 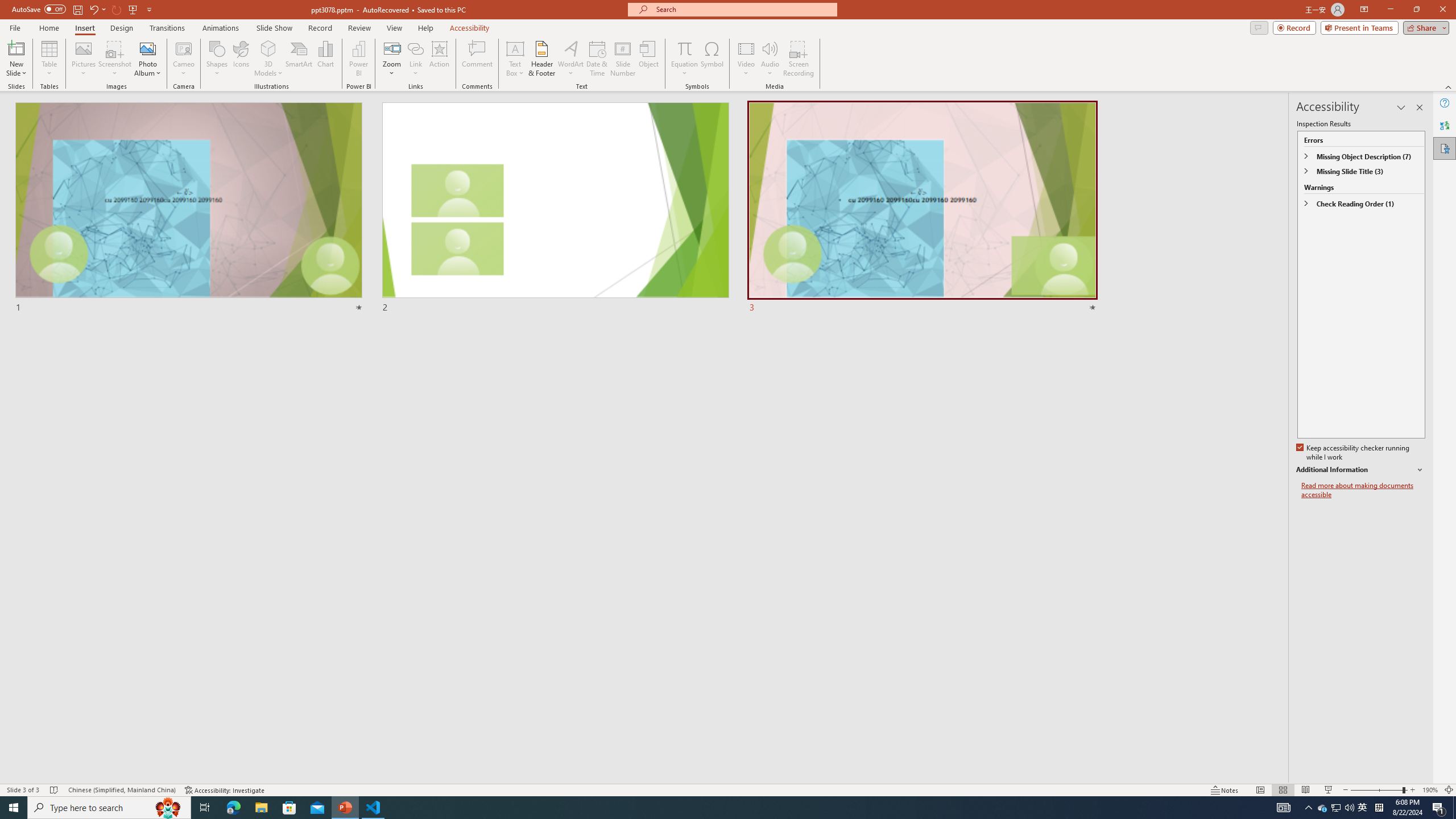 What do you see at coordinates (147, 59) in the screenshot?
I see `'Photo Album...'` at bounding box center [147, 59].